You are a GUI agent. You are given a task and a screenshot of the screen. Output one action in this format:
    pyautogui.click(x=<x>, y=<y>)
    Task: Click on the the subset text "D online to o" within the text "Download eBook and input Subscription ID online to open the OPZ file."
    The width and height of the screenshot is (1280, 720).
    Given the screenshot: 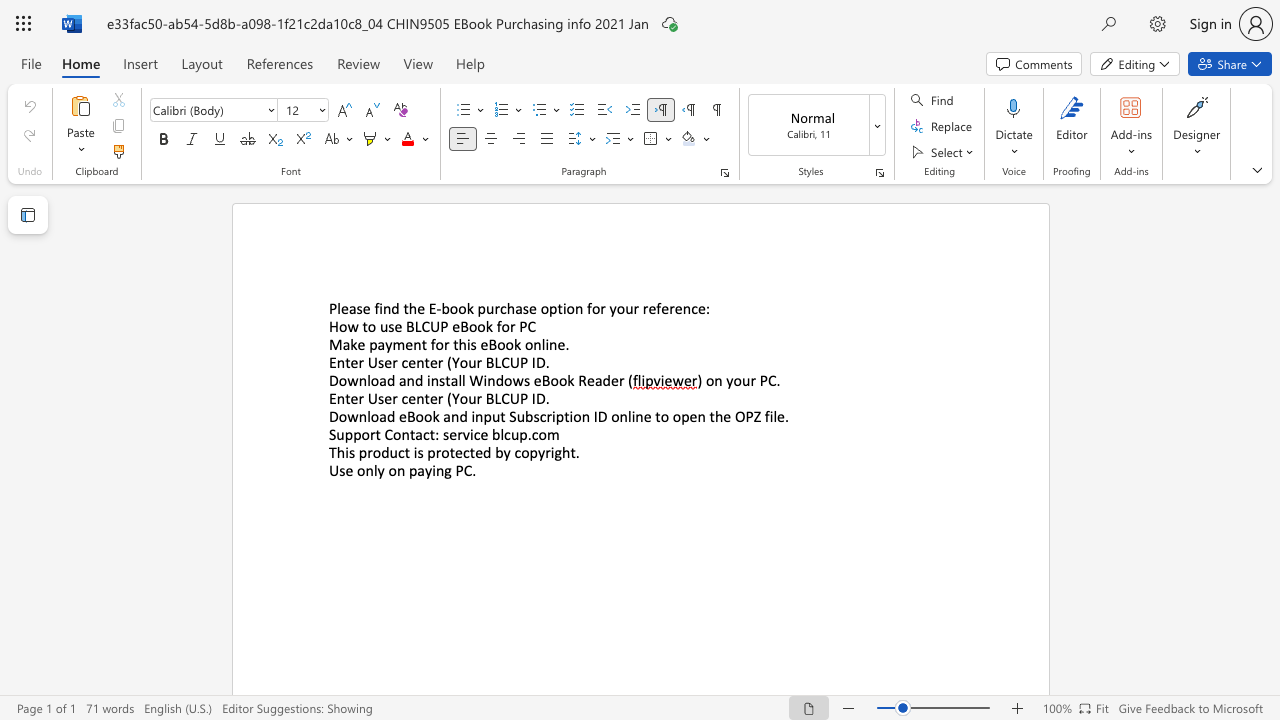 What is the action you would take?
    pyautogui.click(x=596, y=415)
    